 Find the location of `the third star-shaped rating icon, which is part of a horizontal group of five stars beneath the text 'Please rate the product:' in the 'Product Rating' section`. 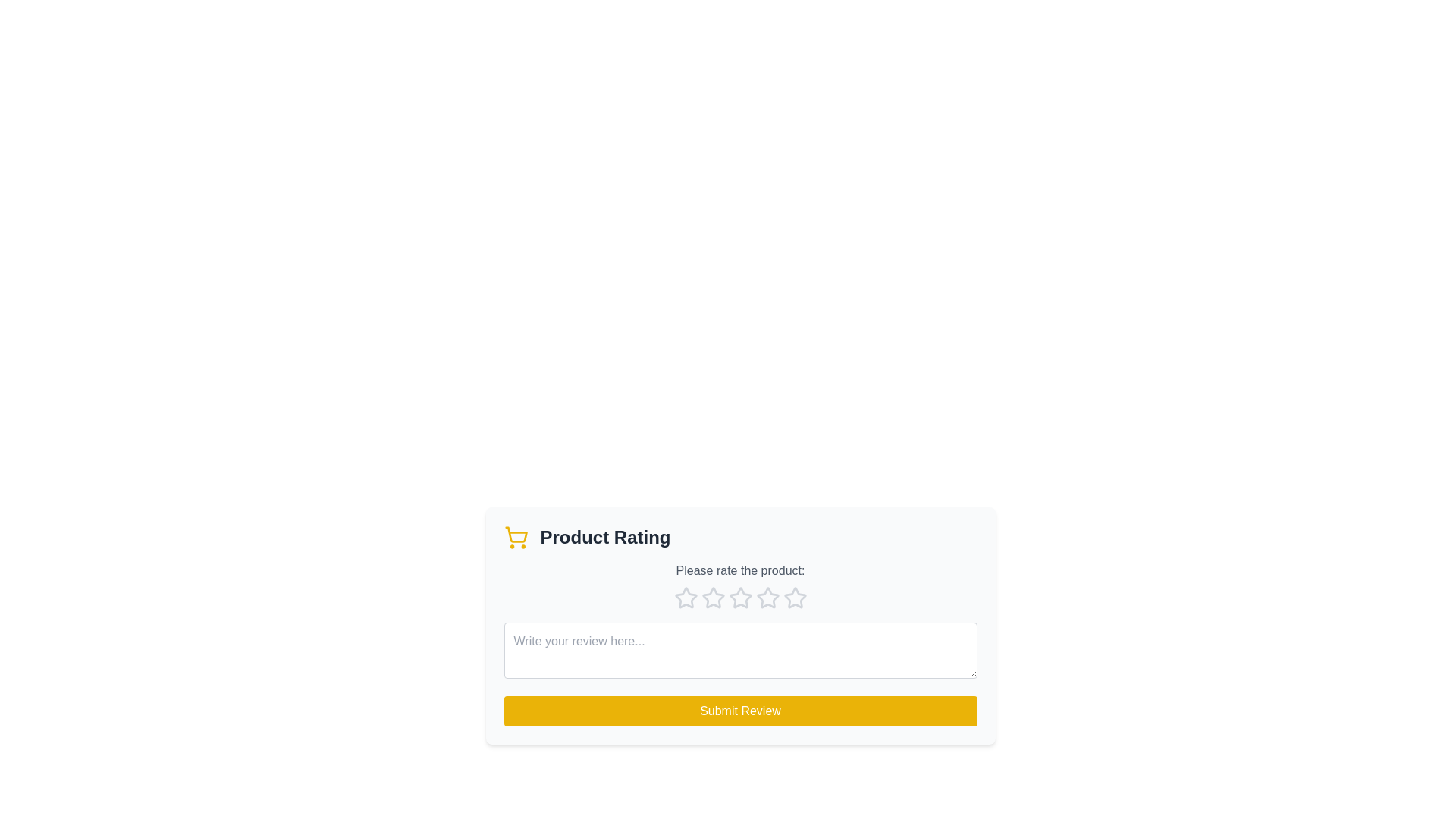

the third star-shaped rating icon, which is part of a horizontal group of five stars beneath the text 'Please rate the product:' in the 'Product Rating' section is located at coordinates (767, 596).